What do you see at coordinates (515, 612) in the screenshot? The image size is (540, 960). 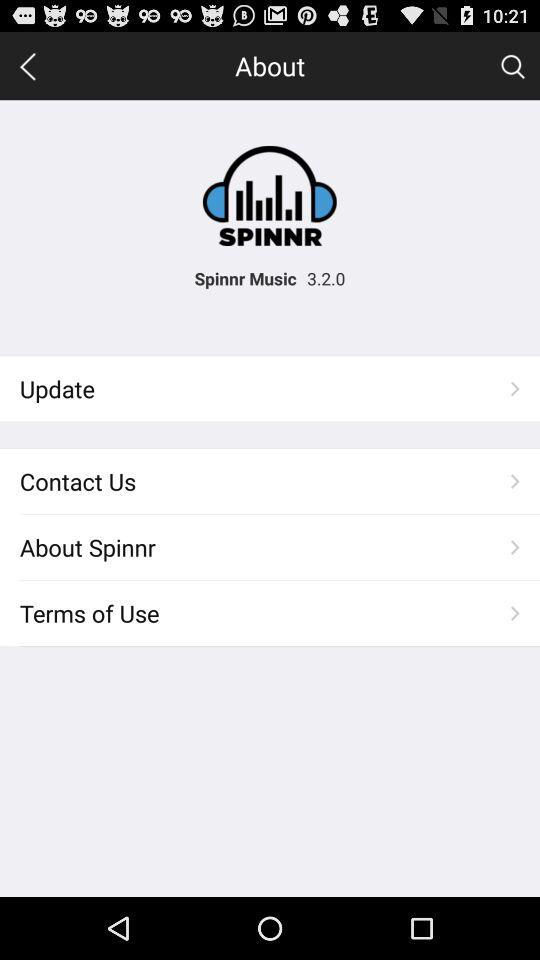 I see `the arrow beside terms of use` at bounding box center [515, 612].